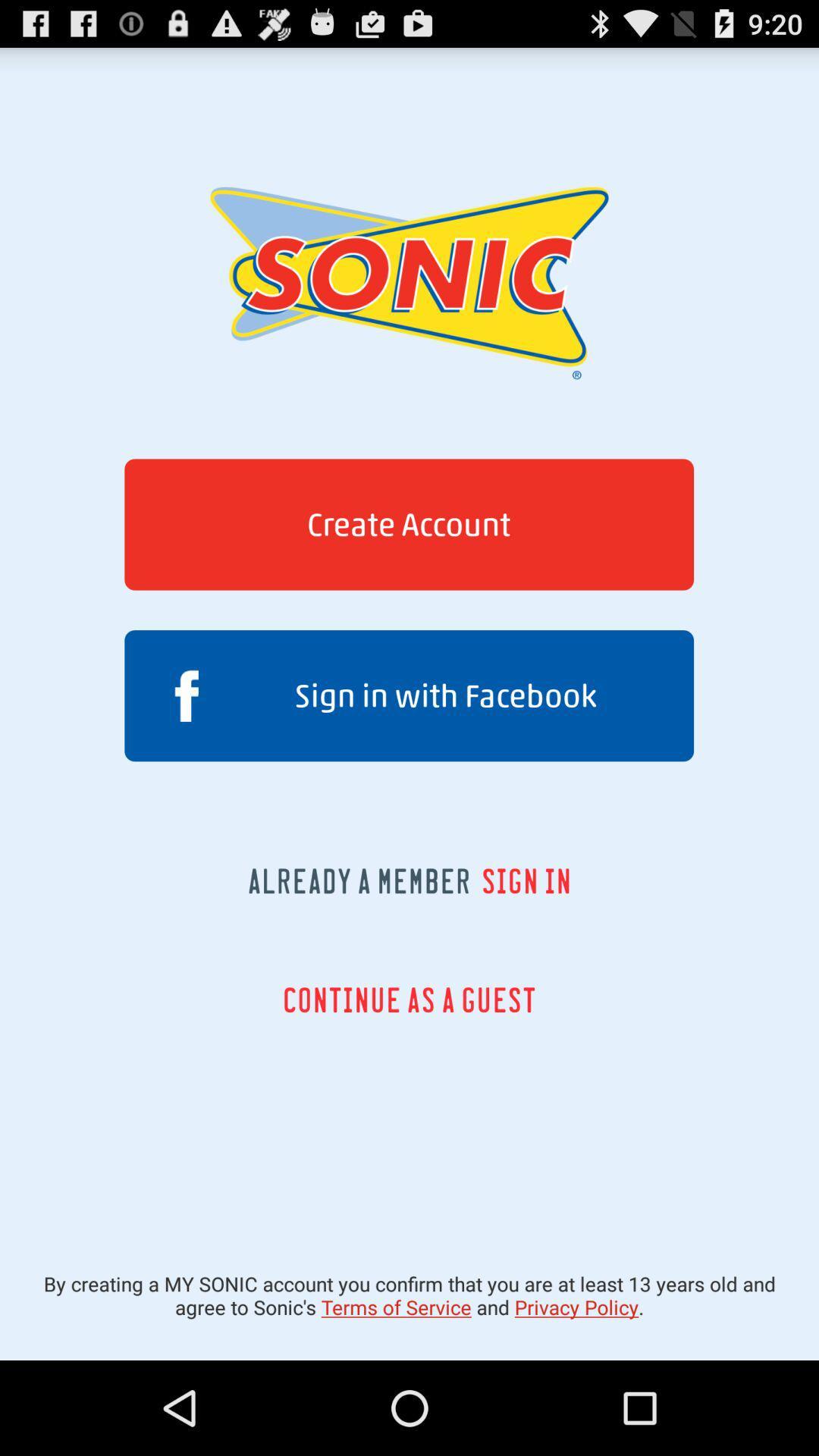 This screenshot has height=1456, width=819. I want to click on the create account button, so click(408, 524).